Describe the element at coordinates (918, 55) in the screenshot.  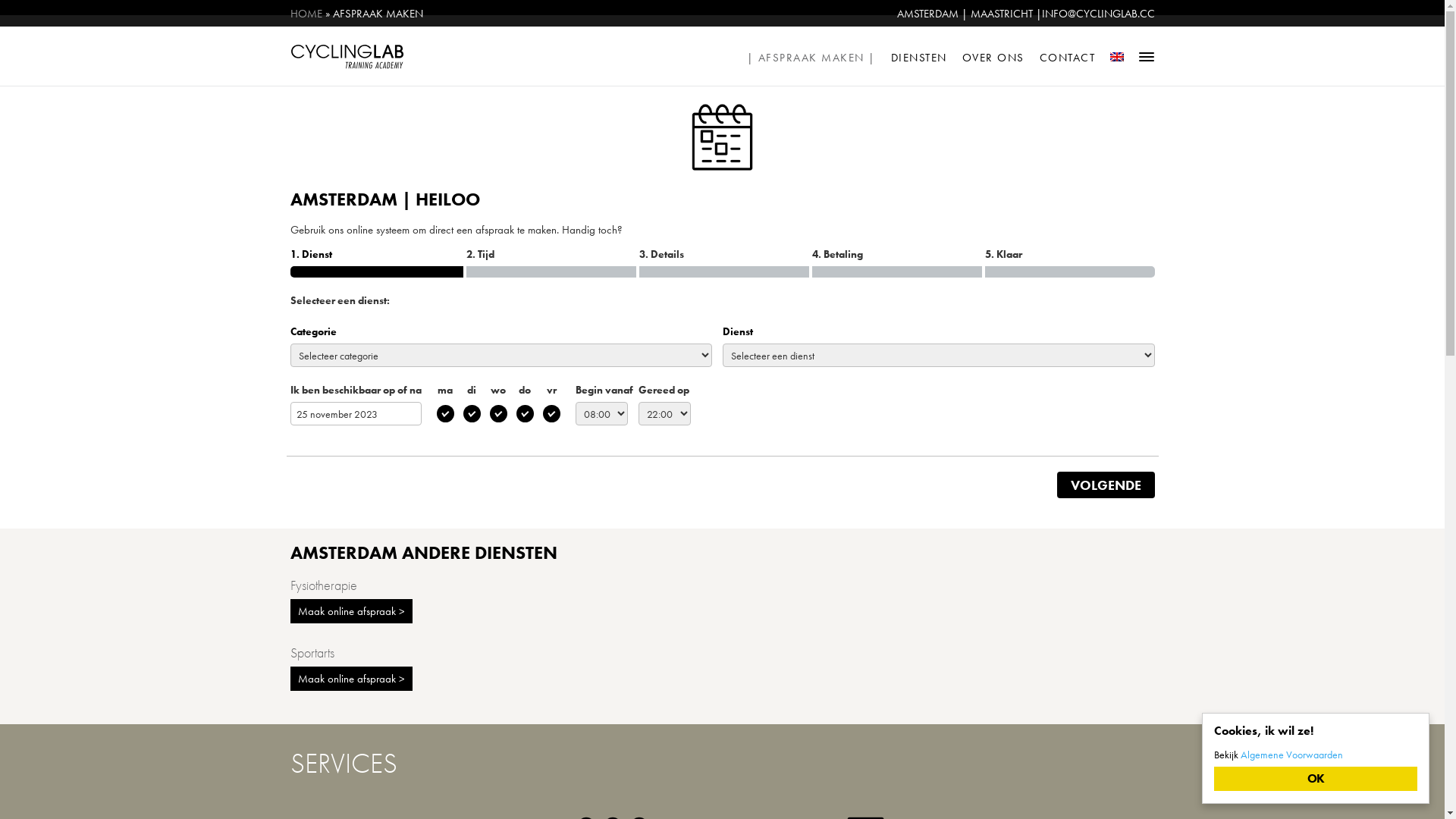
I see `'DIENSTEN'` at that location.